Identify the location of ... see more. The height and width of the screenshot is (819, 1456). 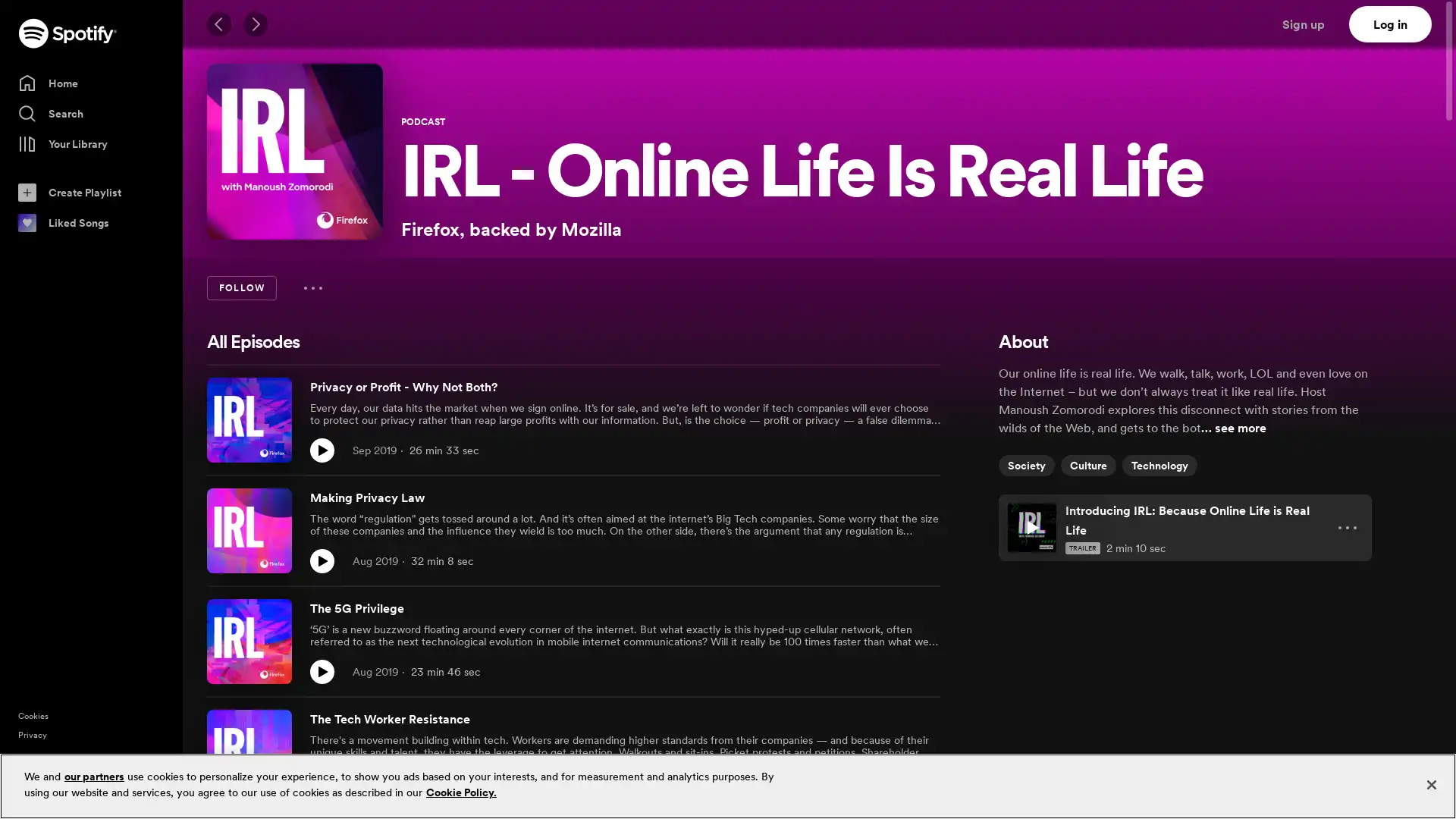
(1234, 427).